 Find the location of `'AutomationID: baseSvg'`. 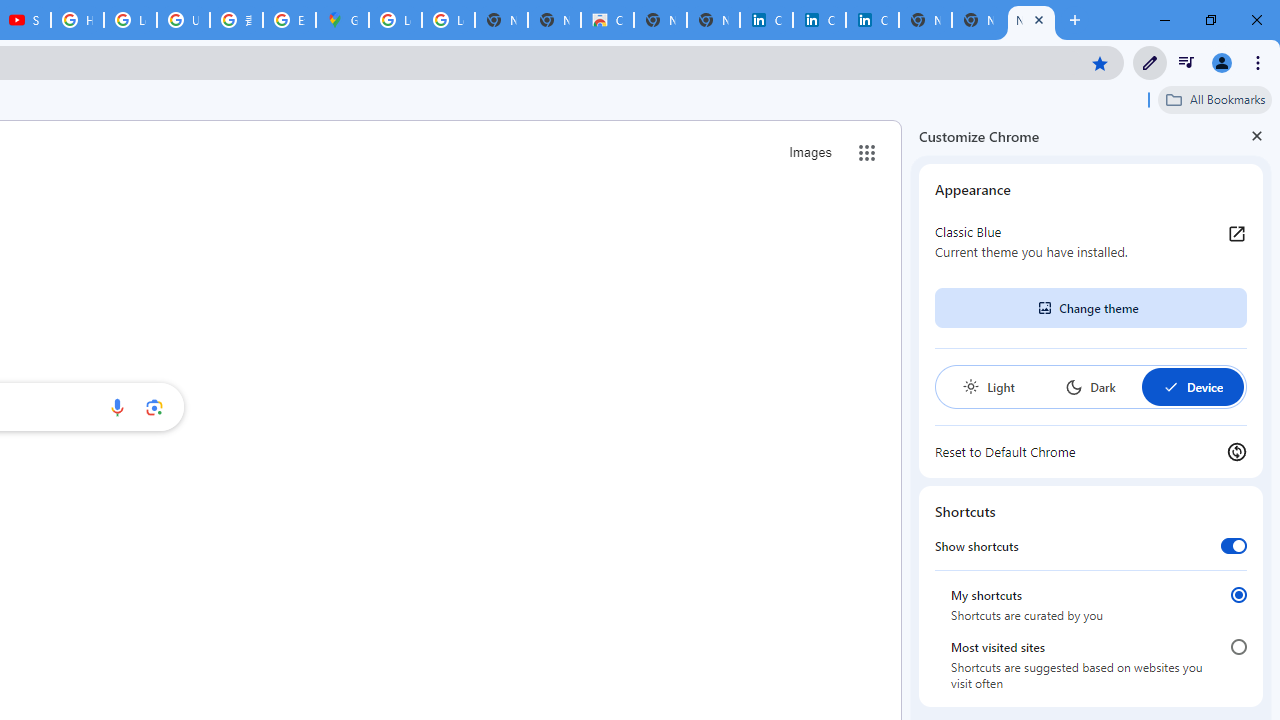

'AutomationID: baseSvg' is located at coordinates (1170, 387).